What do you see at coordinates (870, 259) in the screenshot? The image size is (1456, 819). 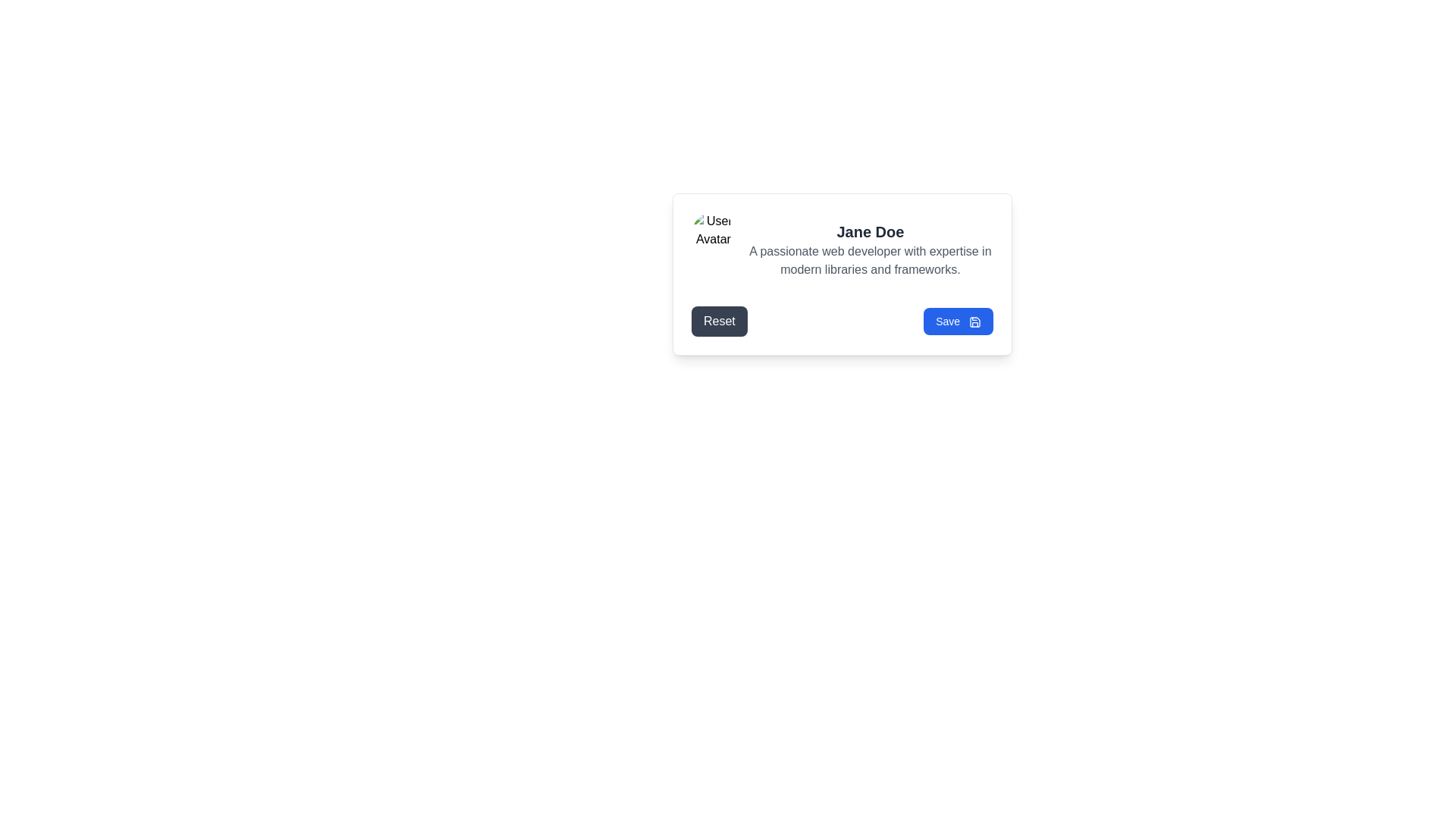 I see `the text display element that describes professional expertise, which reads 'A passionate web developer with expertise in modern libraries and frameworks.' This element is located beneath the name 'Jane Doe' in the user profile section` at bounding box center [870, 259].